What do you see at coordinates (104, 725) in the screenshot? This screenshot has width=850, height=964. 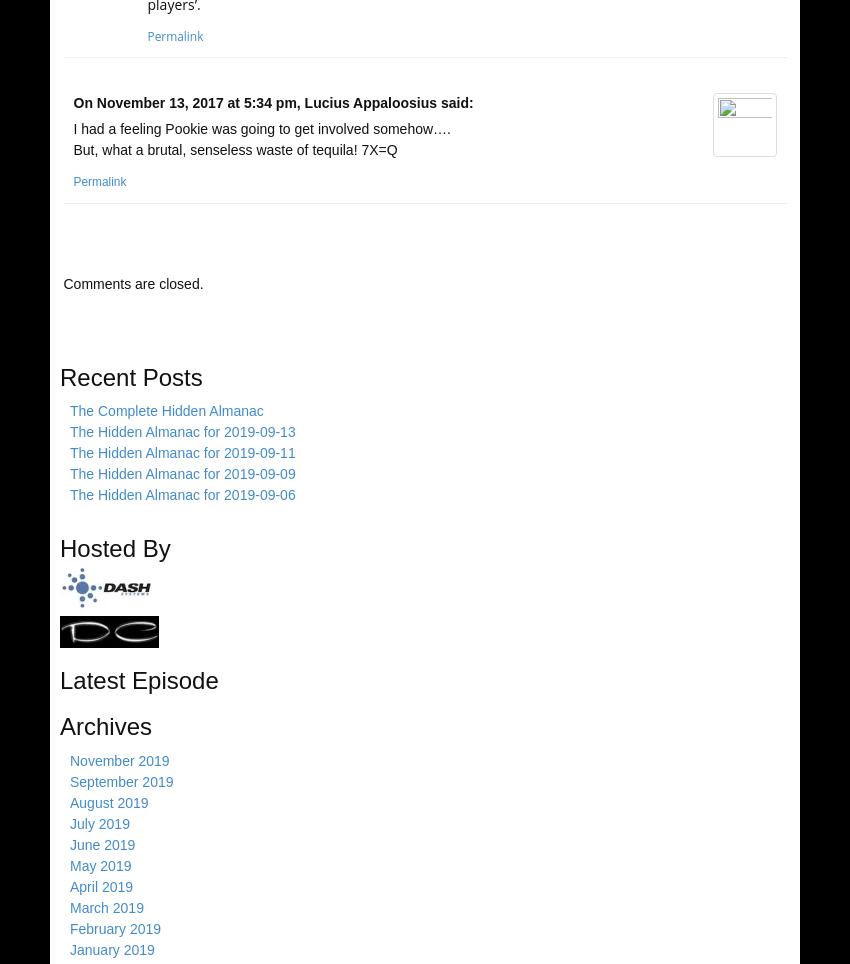 I see `'Archives'` at bounding box center [104, 725].